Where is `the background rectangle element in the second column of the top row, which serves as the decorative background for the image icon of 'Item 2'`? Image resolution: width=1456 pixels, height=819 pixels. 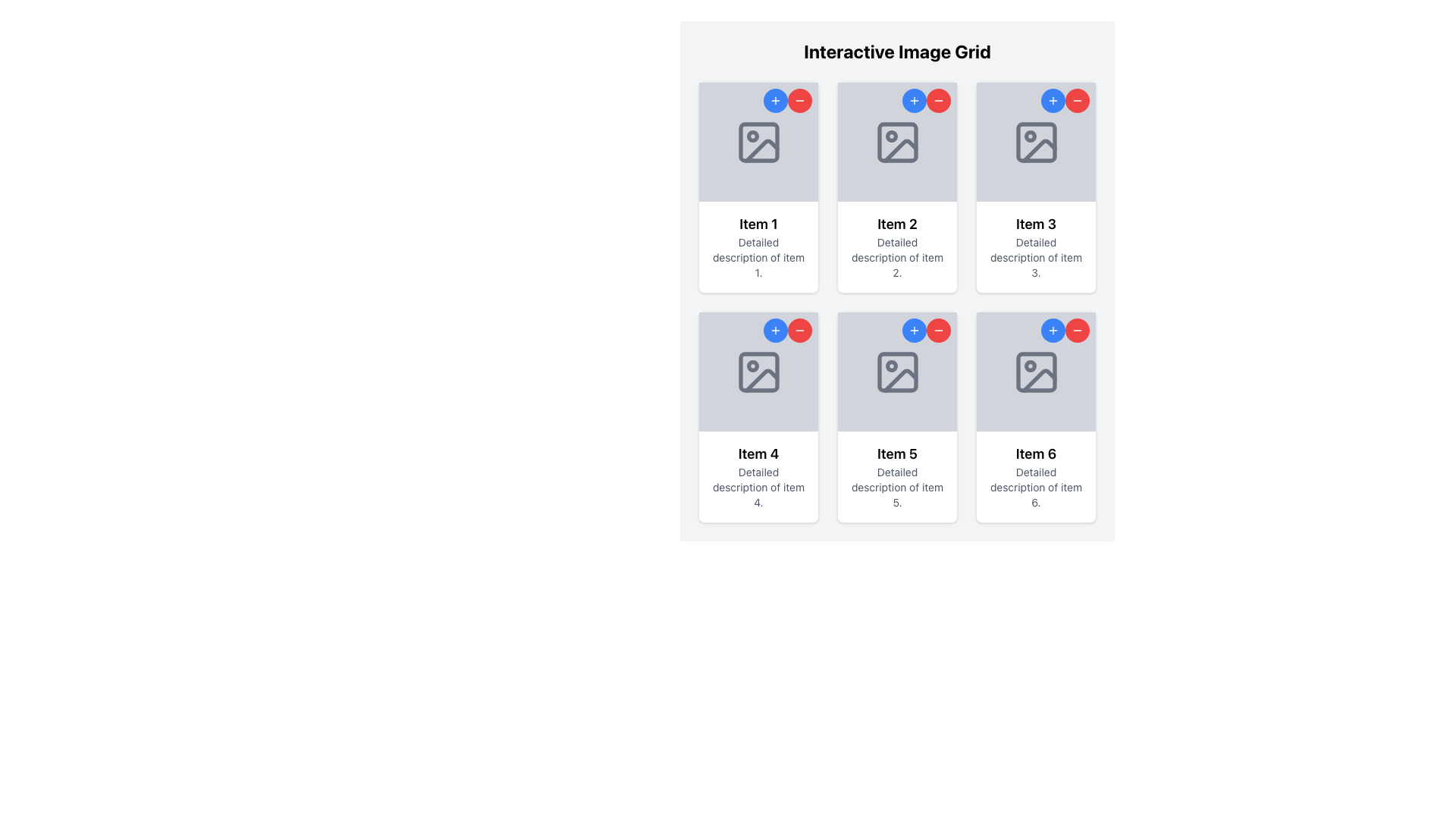
the background rectangle element in the second column of the top row, which serves as the decorative background for the image icon of 'Item 2' is located at coordinates (897, 142).